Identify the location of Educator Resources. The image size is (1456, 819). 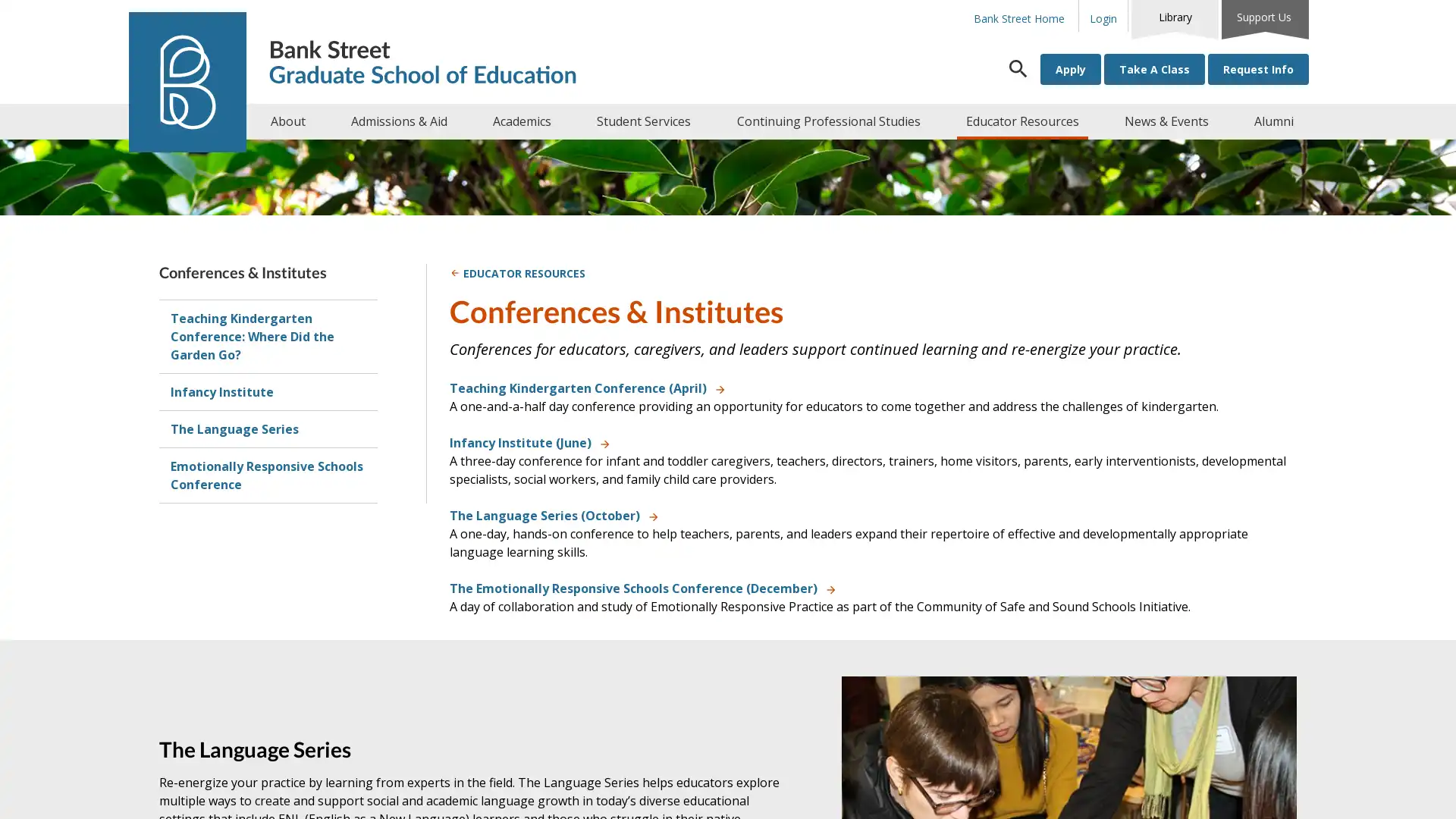
(1021, 121).